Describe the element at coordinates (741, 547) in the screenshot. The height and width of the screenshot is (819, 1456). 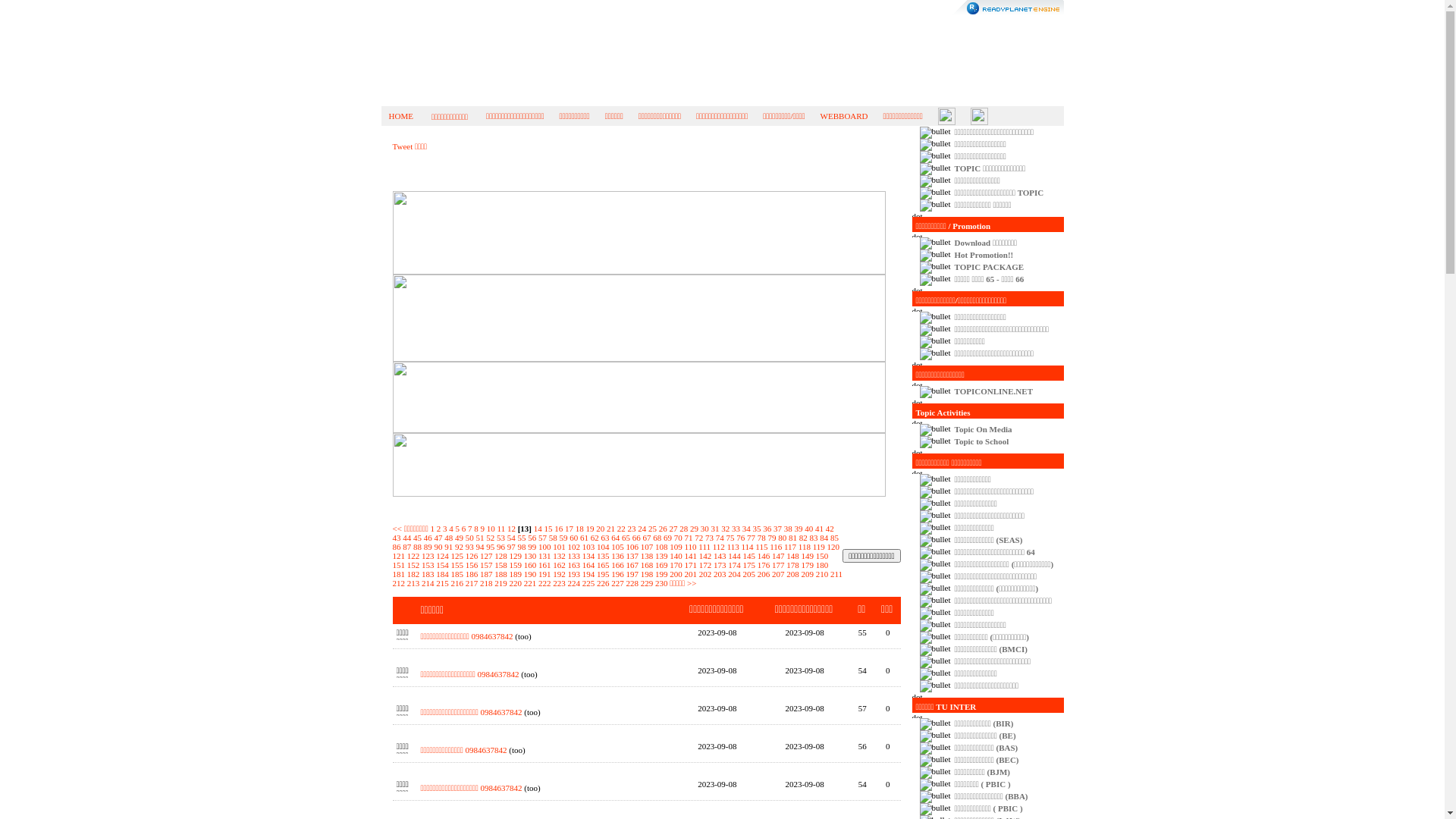
I see `'114'` at that location.